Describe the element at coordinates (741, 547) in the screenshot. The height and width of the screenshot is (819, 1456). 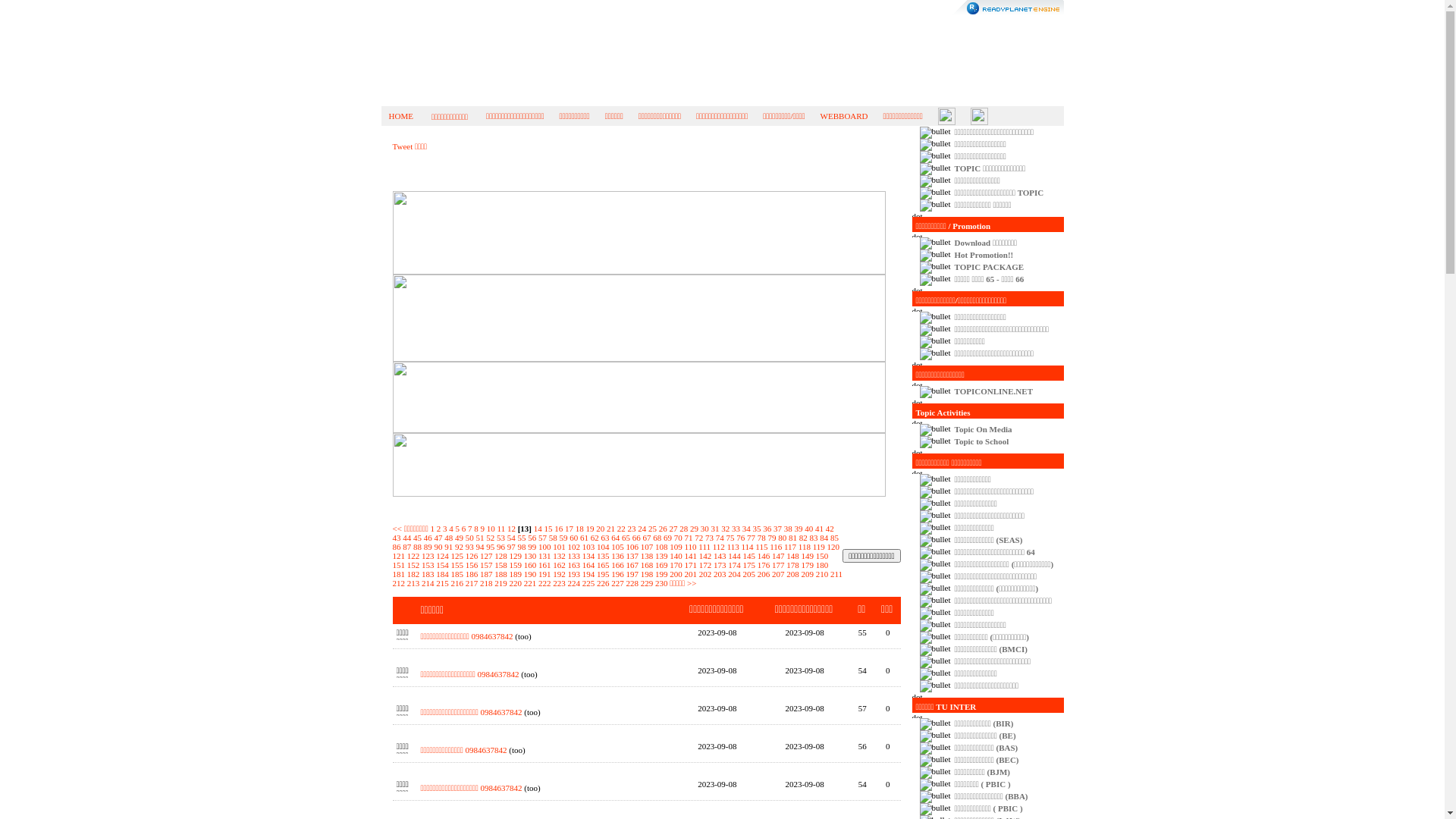
I see `'114'` at that location.